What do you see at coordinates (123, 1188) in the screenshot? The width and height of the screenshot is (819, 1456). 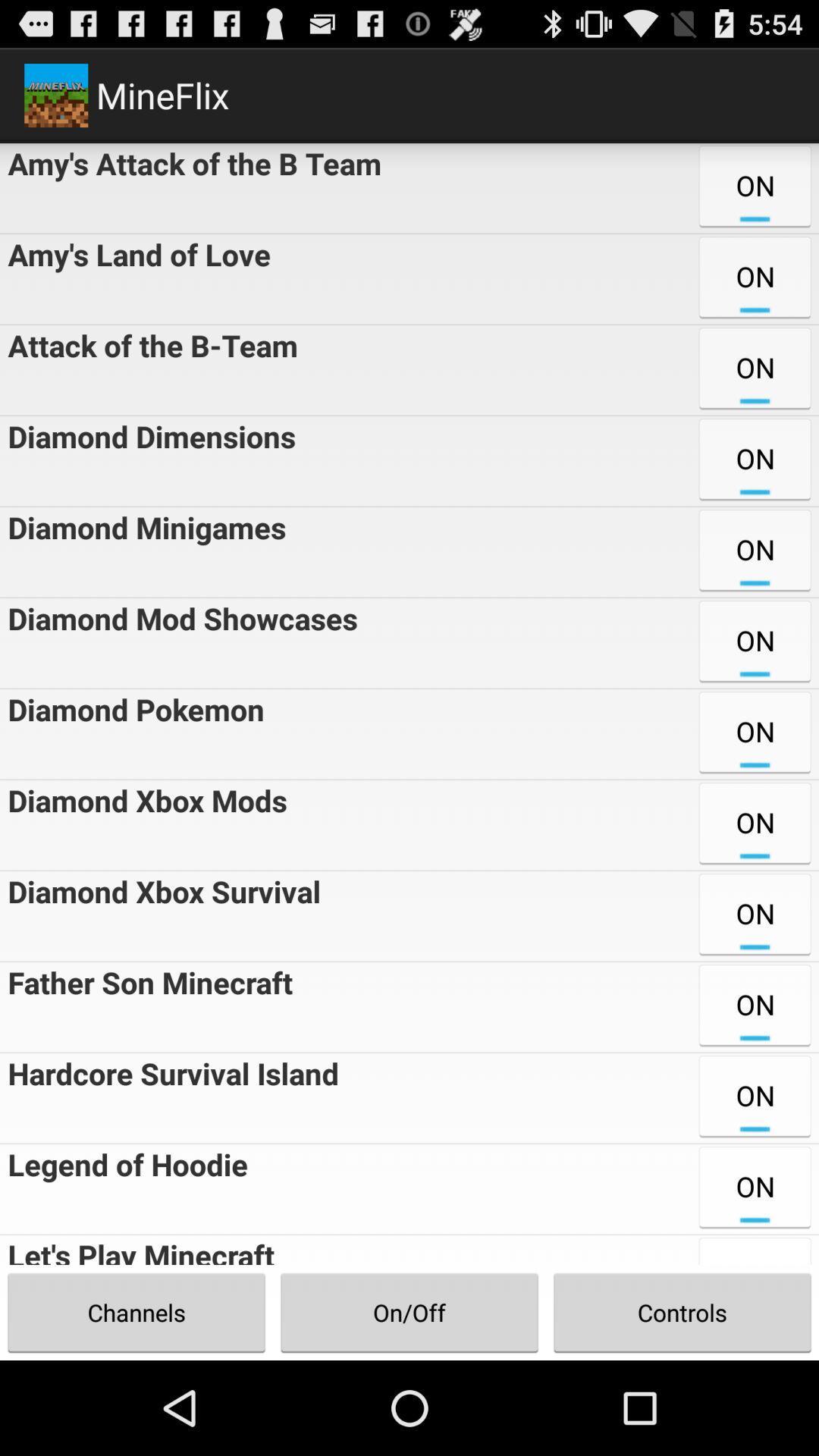 I see `item above let s play item` at bounding box center [123, 1188].